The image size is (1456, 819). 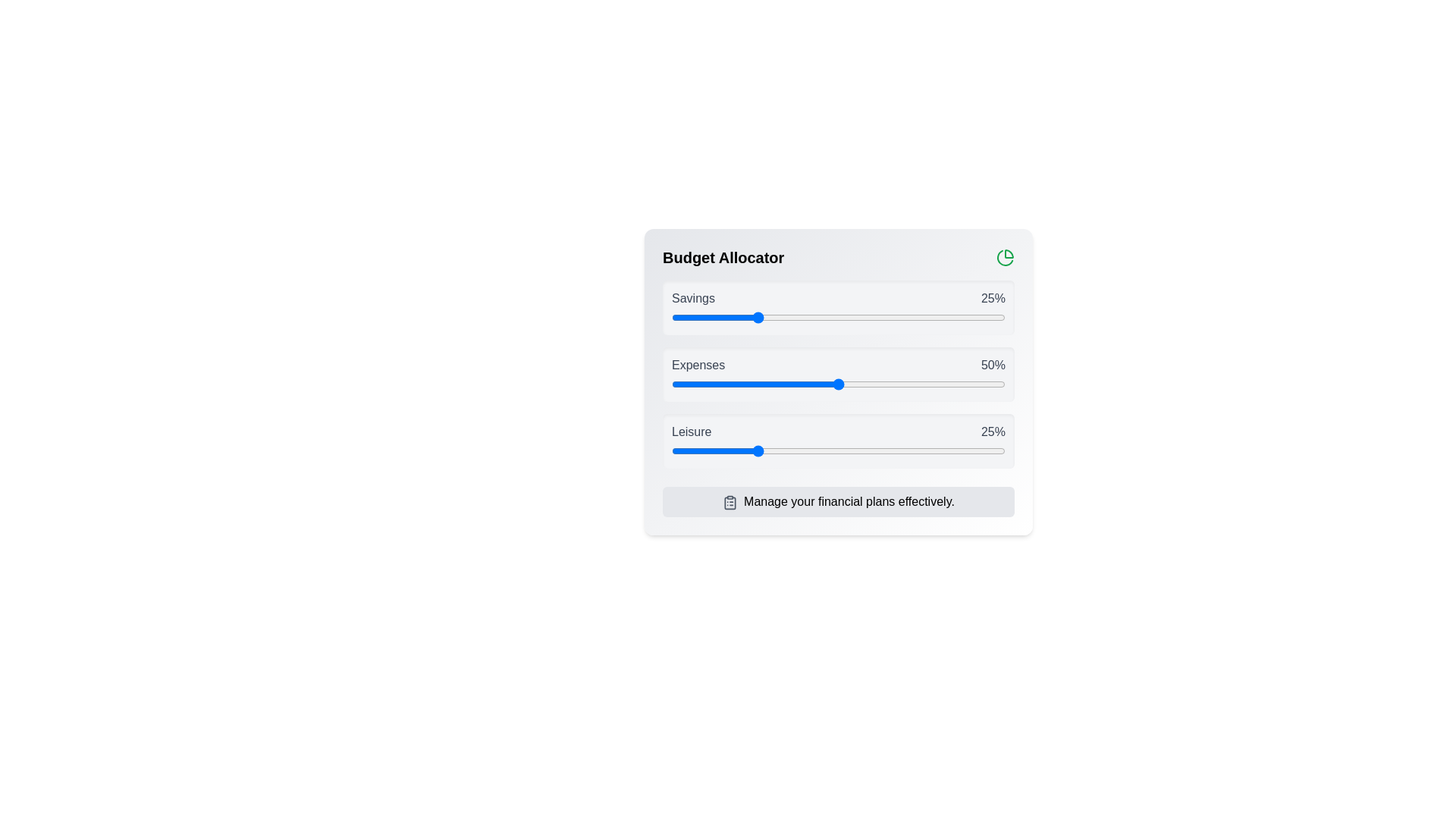 What do you see at coordinates (855, 317) in the screenshot?
I see `the slider for the category to set its percentage to 55` at bounding box center [855, 317].